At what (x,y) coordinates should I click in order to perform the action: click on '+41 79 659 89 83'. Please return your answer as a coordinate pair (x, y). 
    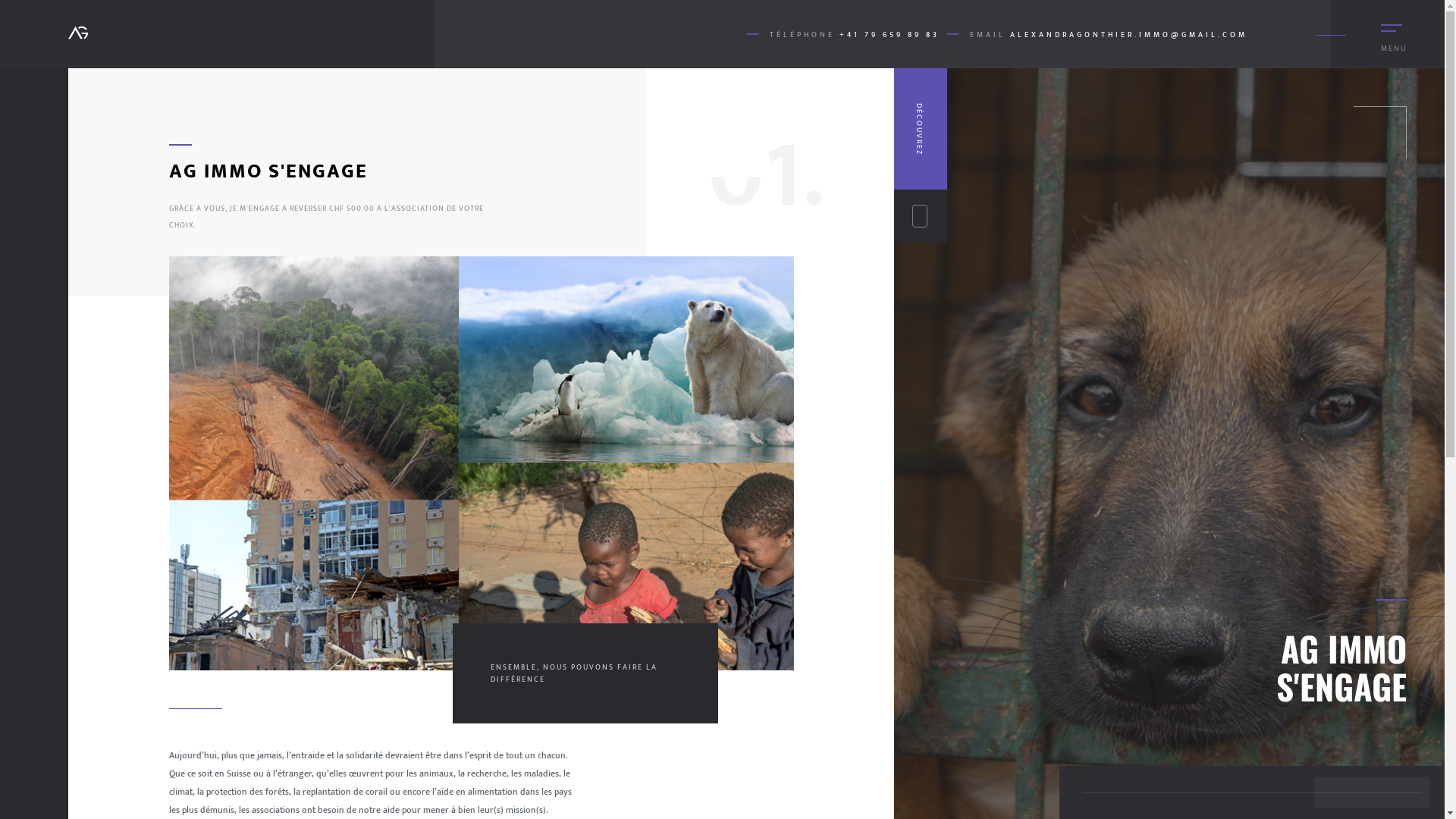
    Looking at the image, I should click on (889, 34).